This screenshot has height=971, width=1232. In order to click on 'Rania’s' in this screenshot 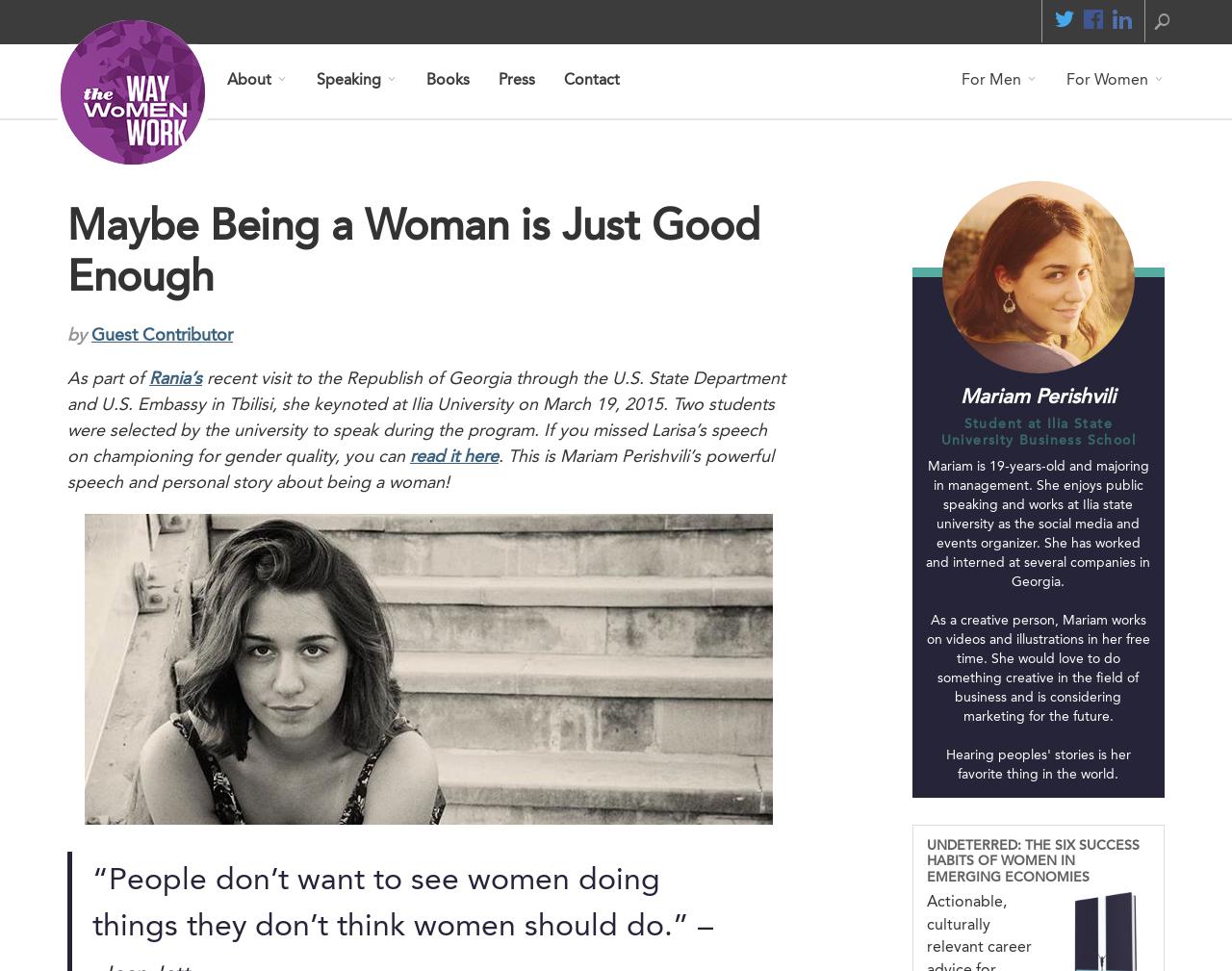, I will do `click(175, 378)`.